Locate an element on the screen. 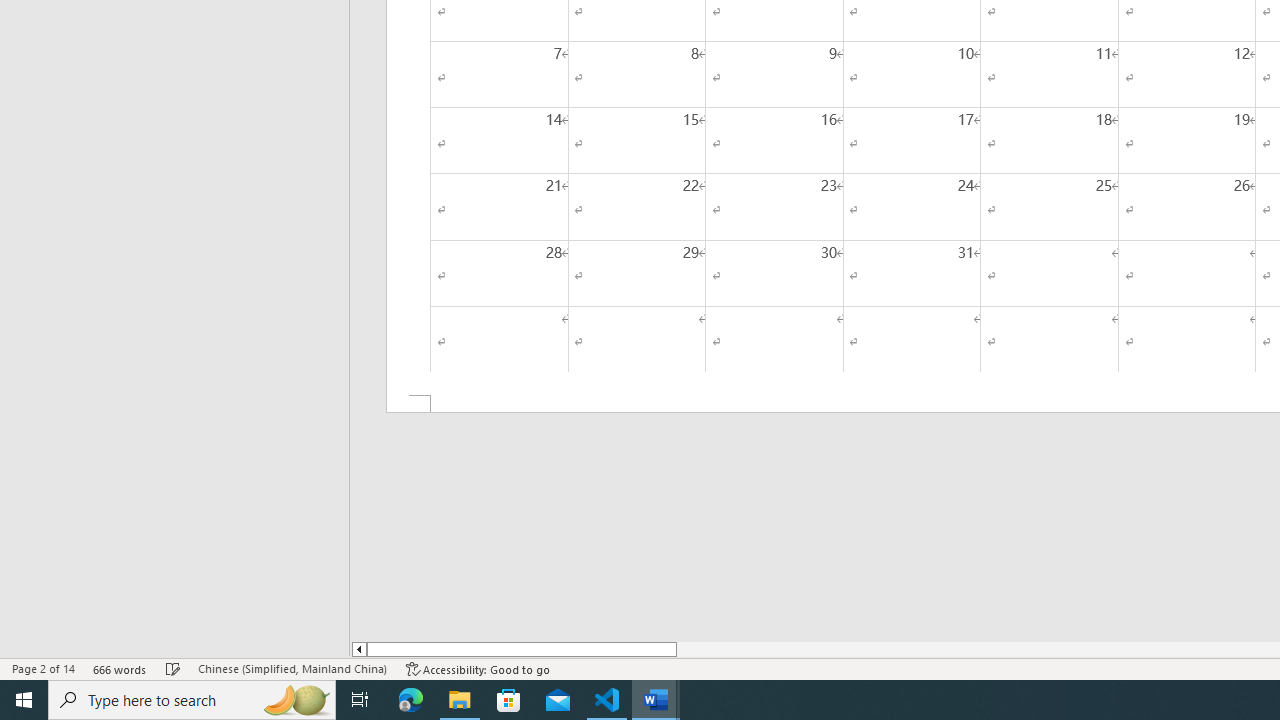 This screenshot has width=1280, height=720. 'Page Number Page 2 of 14' is located at coordinates (43, 669).